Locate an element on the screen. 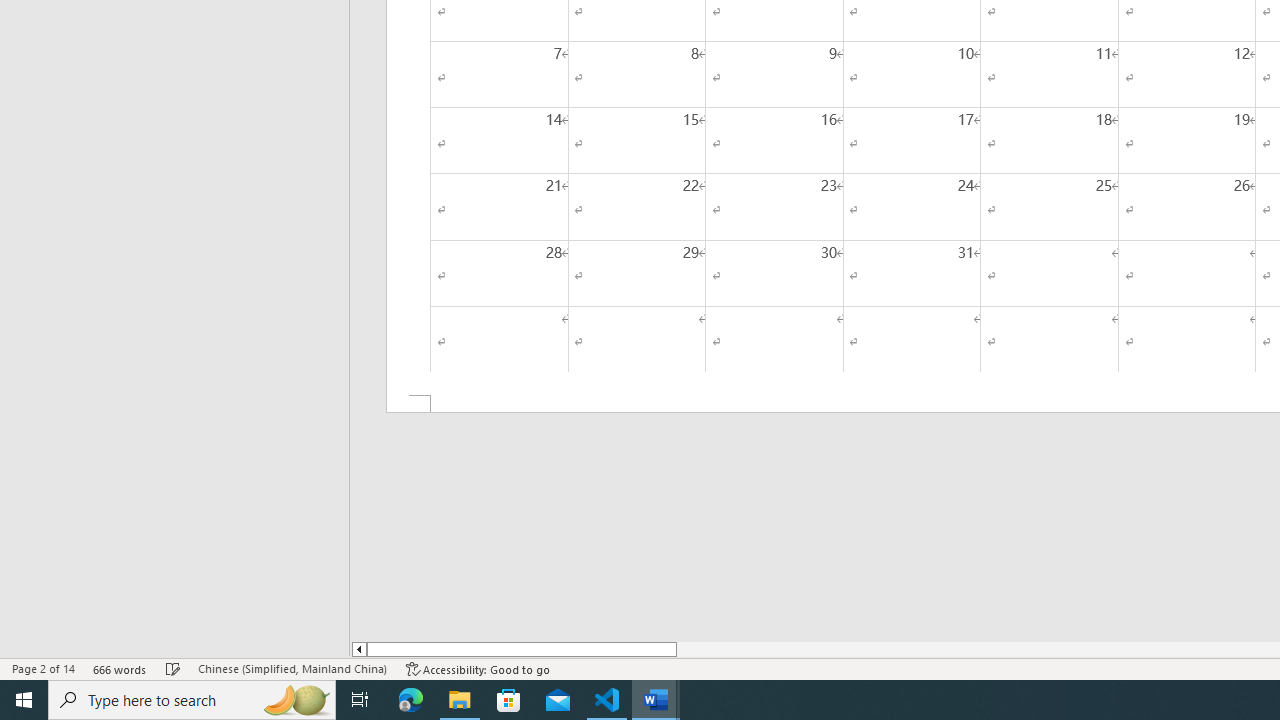 This screenshot has width=1280, height=720. 'Page Number Page 2 of 14' is located at coordinates (43, 669).